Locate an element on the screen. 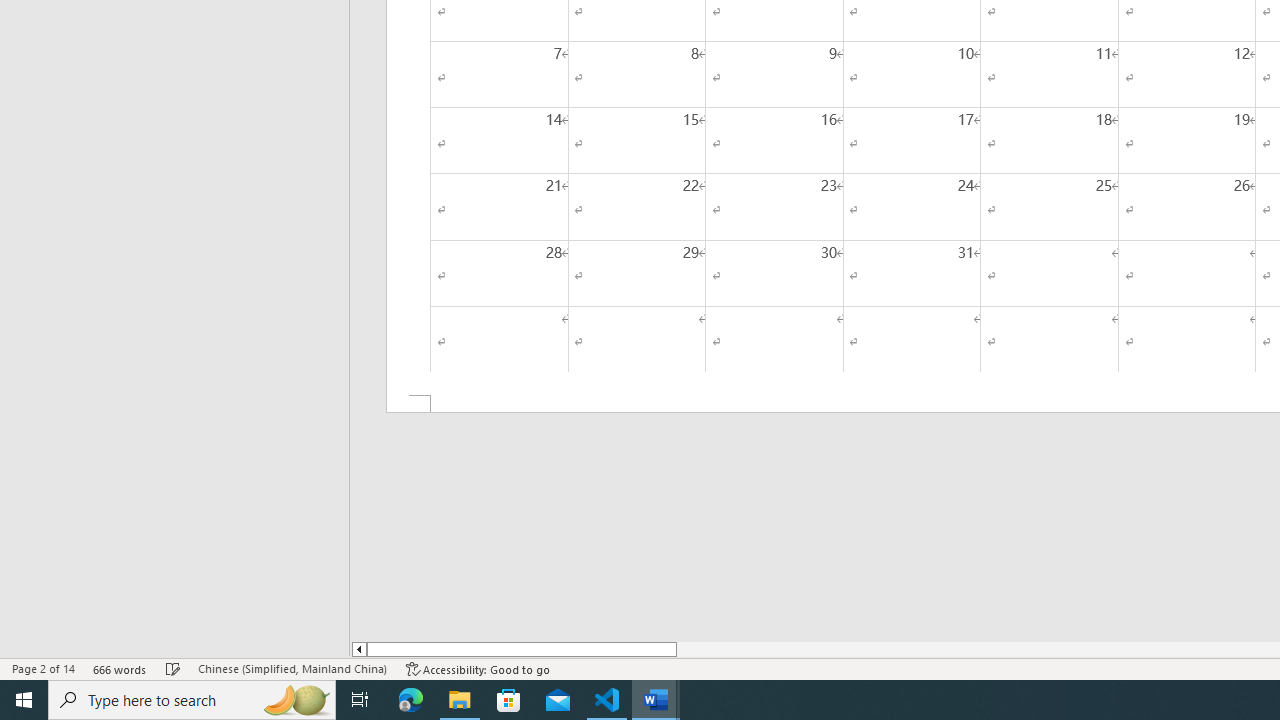 This screenshot has width=1280, height=720. 'Page Number Page 2 of 14' is located at coordinates (43, 669).